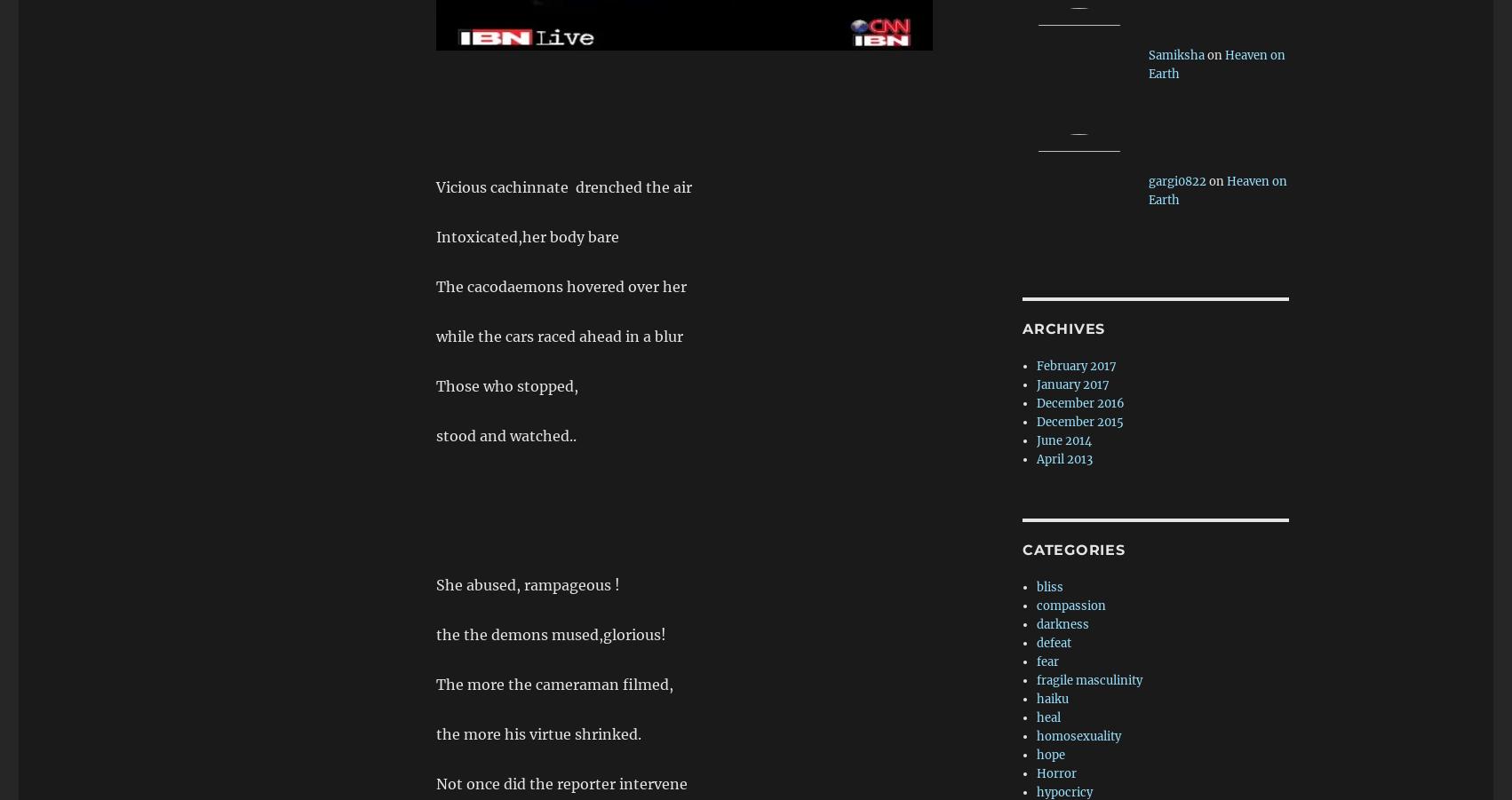 This screenshot has width=1512, height=800. I want to click on 'haiku', so click(1052, 698).